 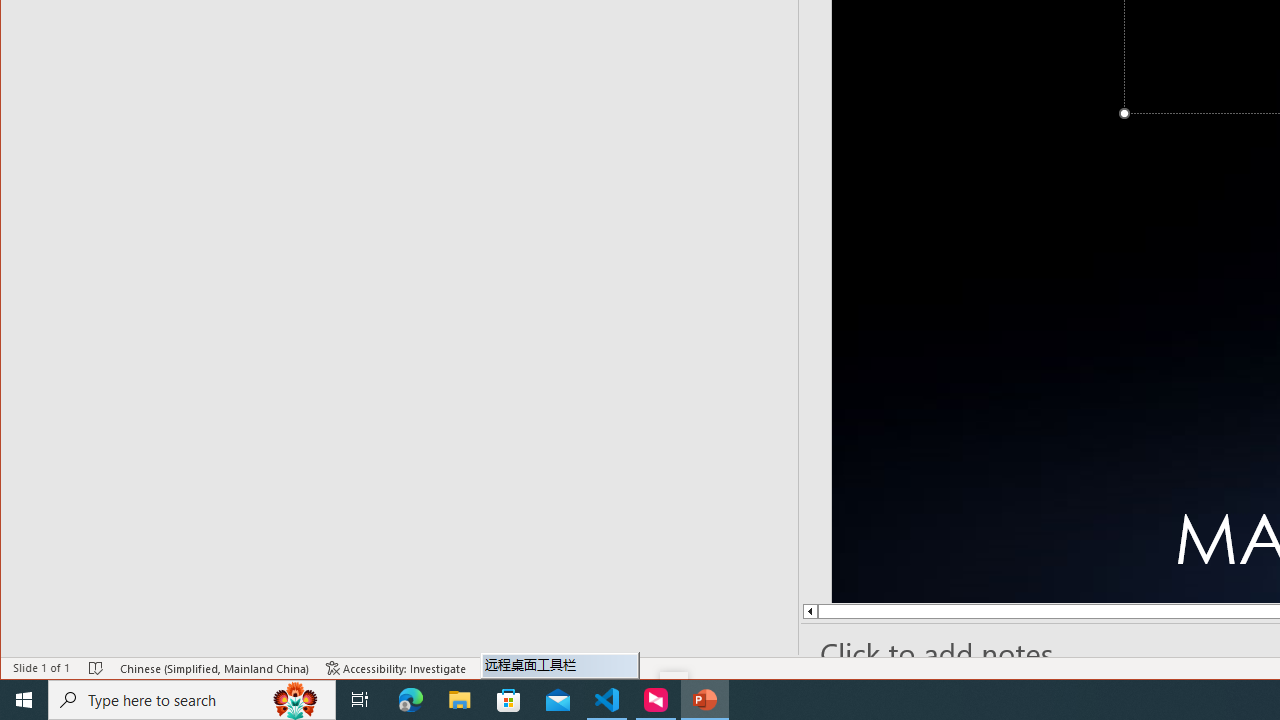 What do you see at coordinates (705, 698) in the screenshot?
I see `'PowerPoint - 1 running window'` at bounding box center [705, 698].